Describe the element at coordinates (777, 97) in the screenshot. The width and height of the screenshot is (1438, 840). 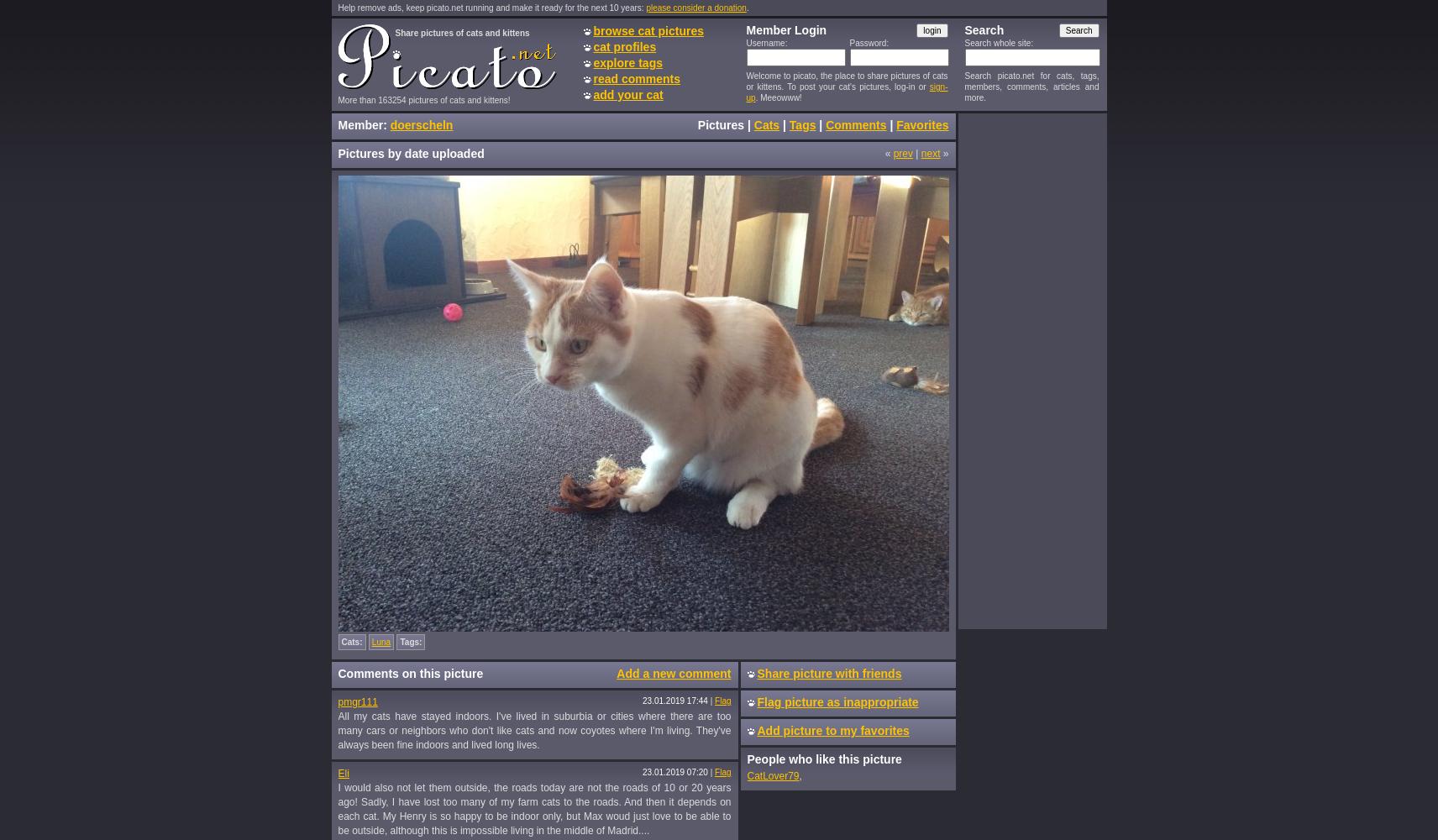
I see `'. Meeowww!'` at that location.